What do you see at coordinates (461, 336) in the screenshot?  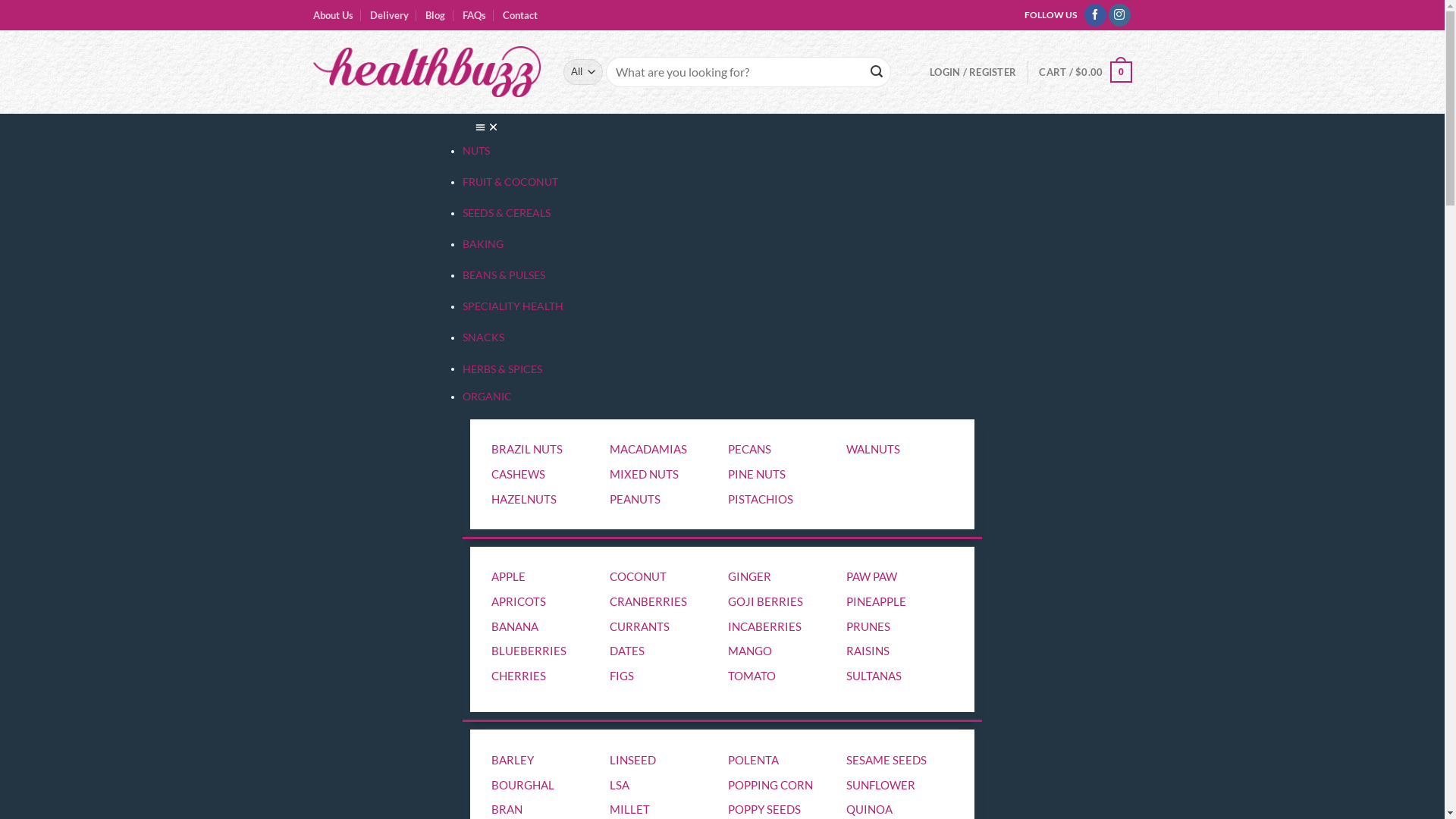 I see `'SNACKS'` at bounding box center [461, 336].